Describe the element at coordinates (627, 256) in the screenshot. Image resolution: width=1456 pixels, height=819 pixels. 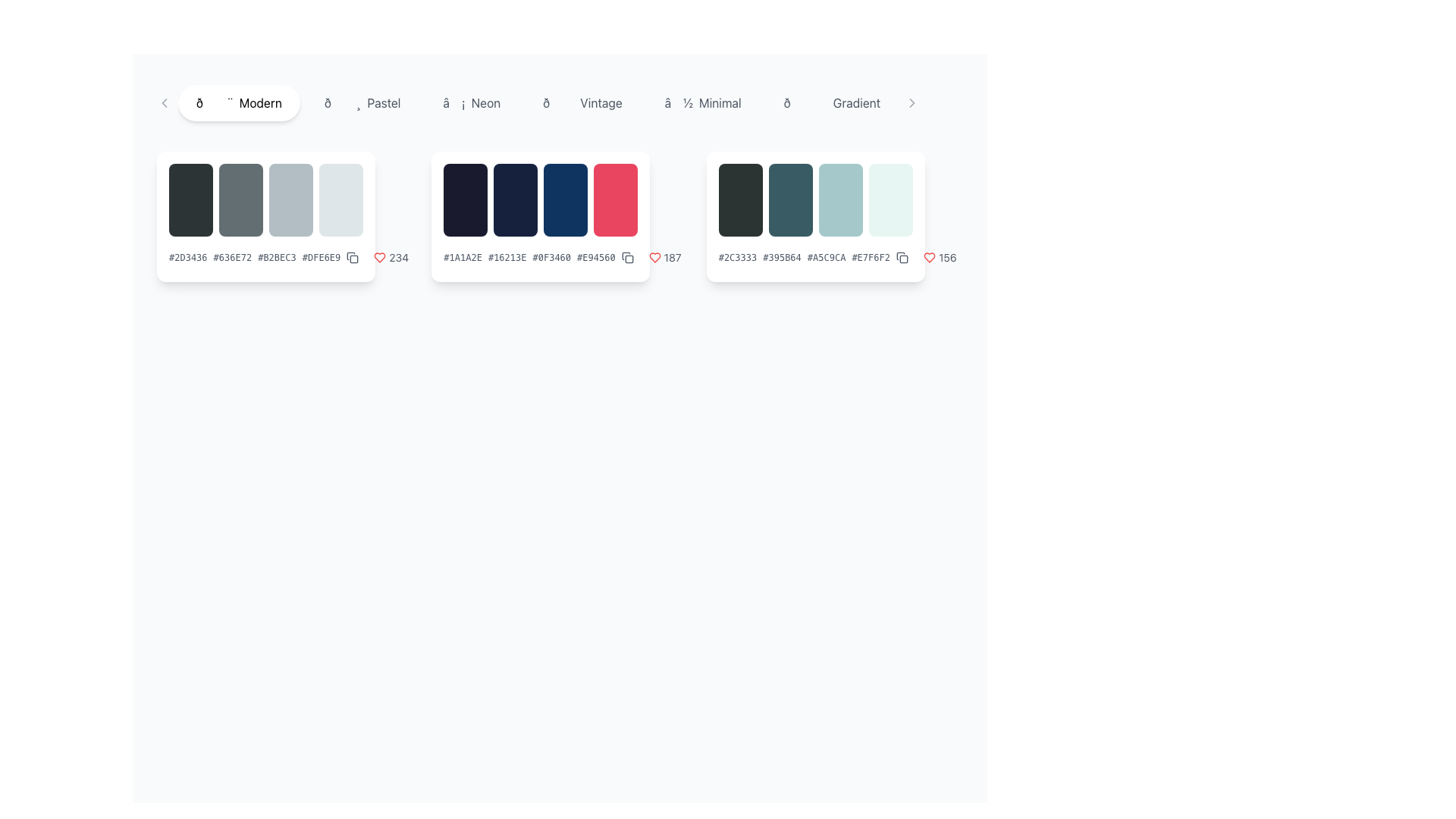
I see `the outlined square icon button located at the bottom right of the color palette card` at that location.